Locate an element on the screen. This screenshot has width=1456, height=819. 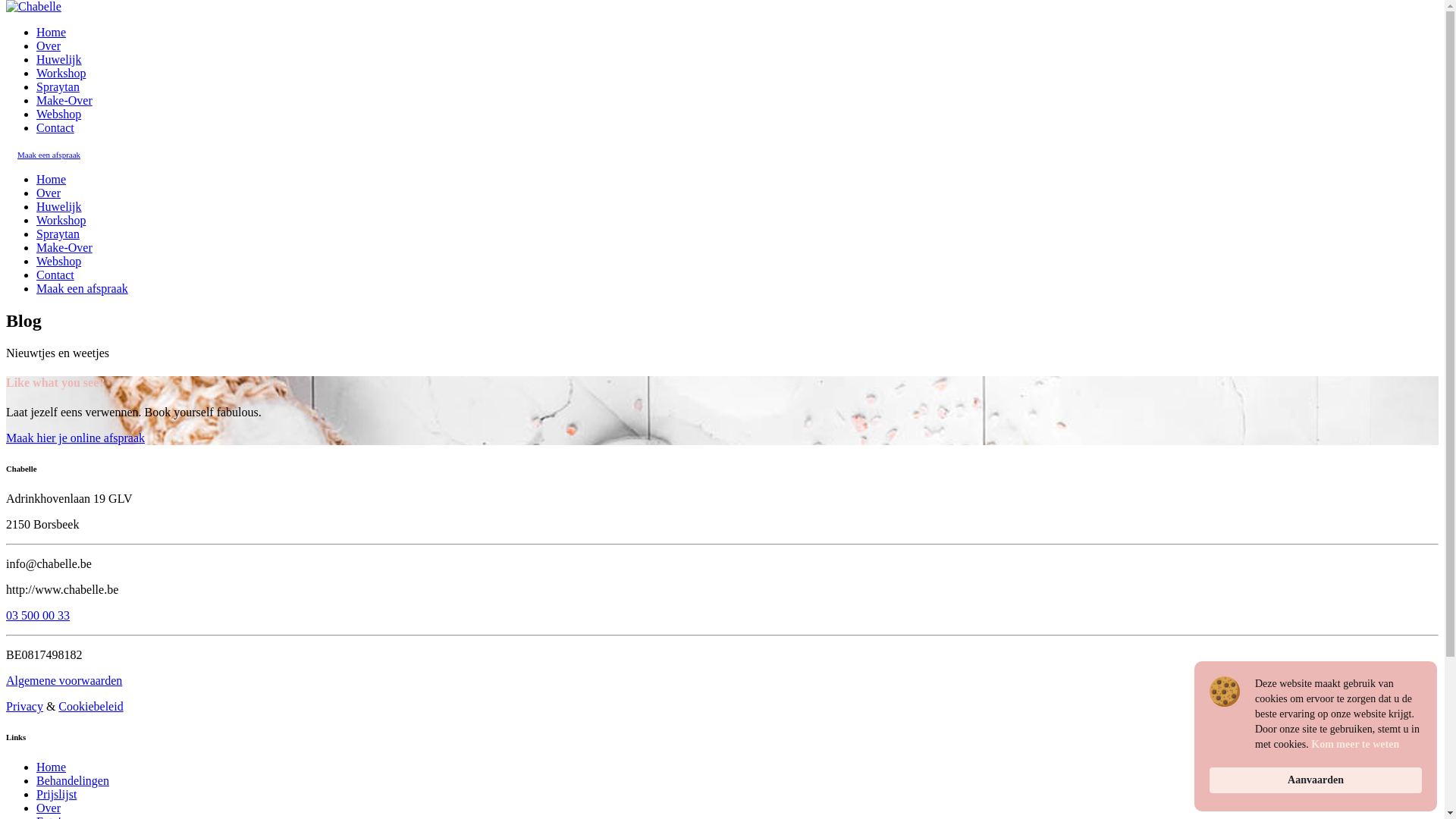
'Cookiebeleid' is located at coordinates (58, 706).